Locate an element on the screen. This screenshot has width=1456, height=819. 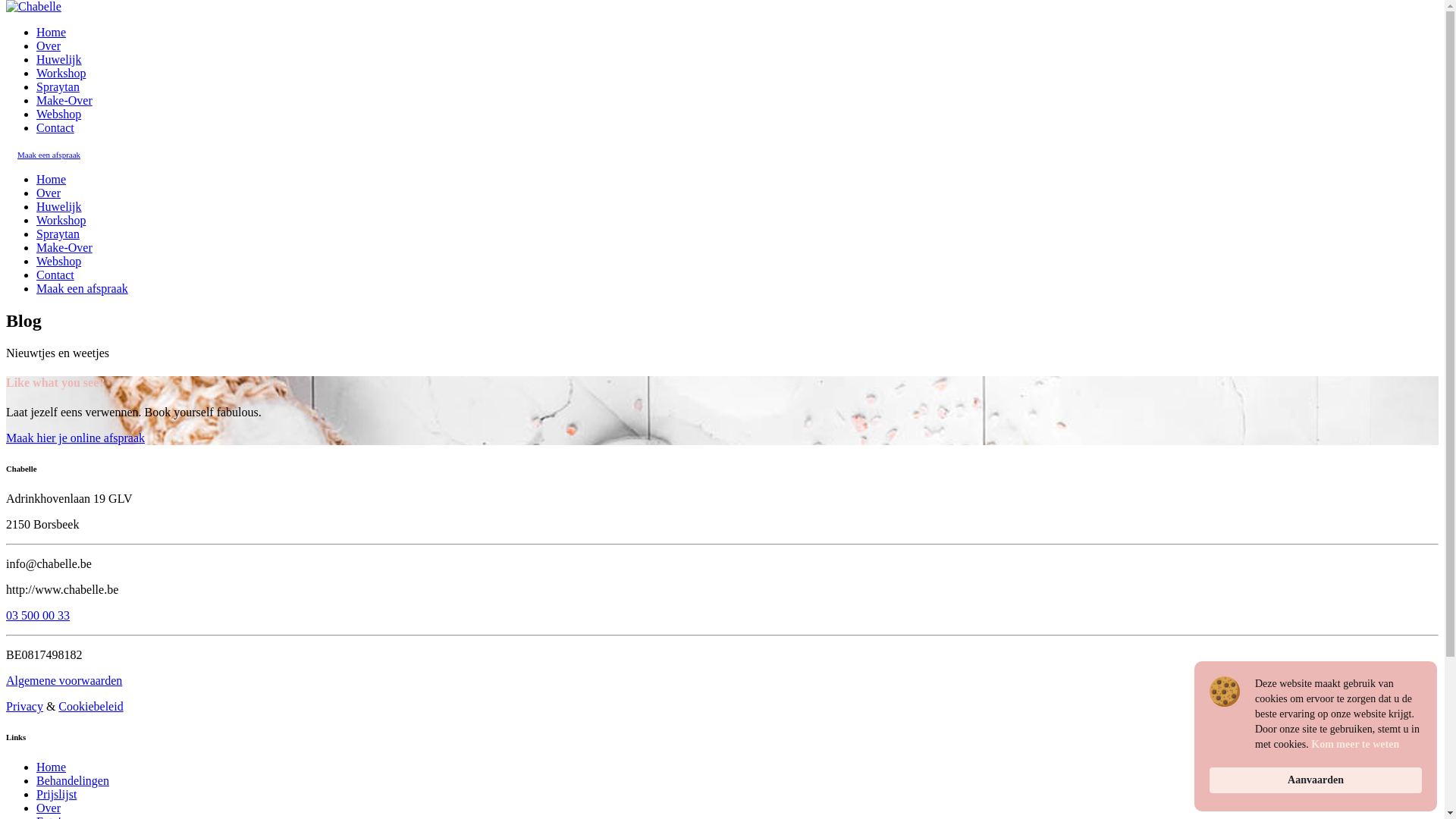
'Cookiebeleid' is located at coordinates (58, 706).